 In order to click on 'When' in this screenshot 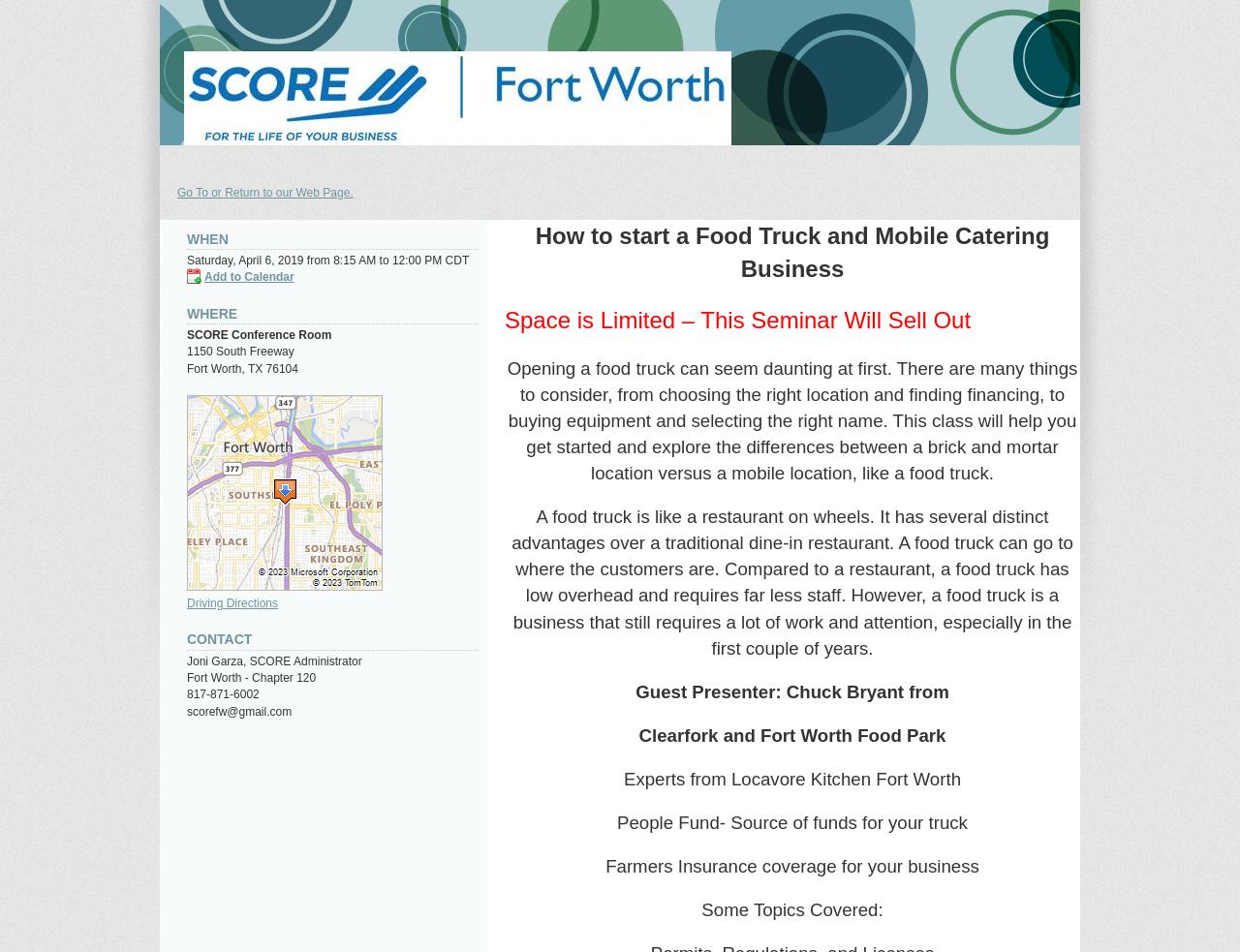, I will do `click(207, 238)`.